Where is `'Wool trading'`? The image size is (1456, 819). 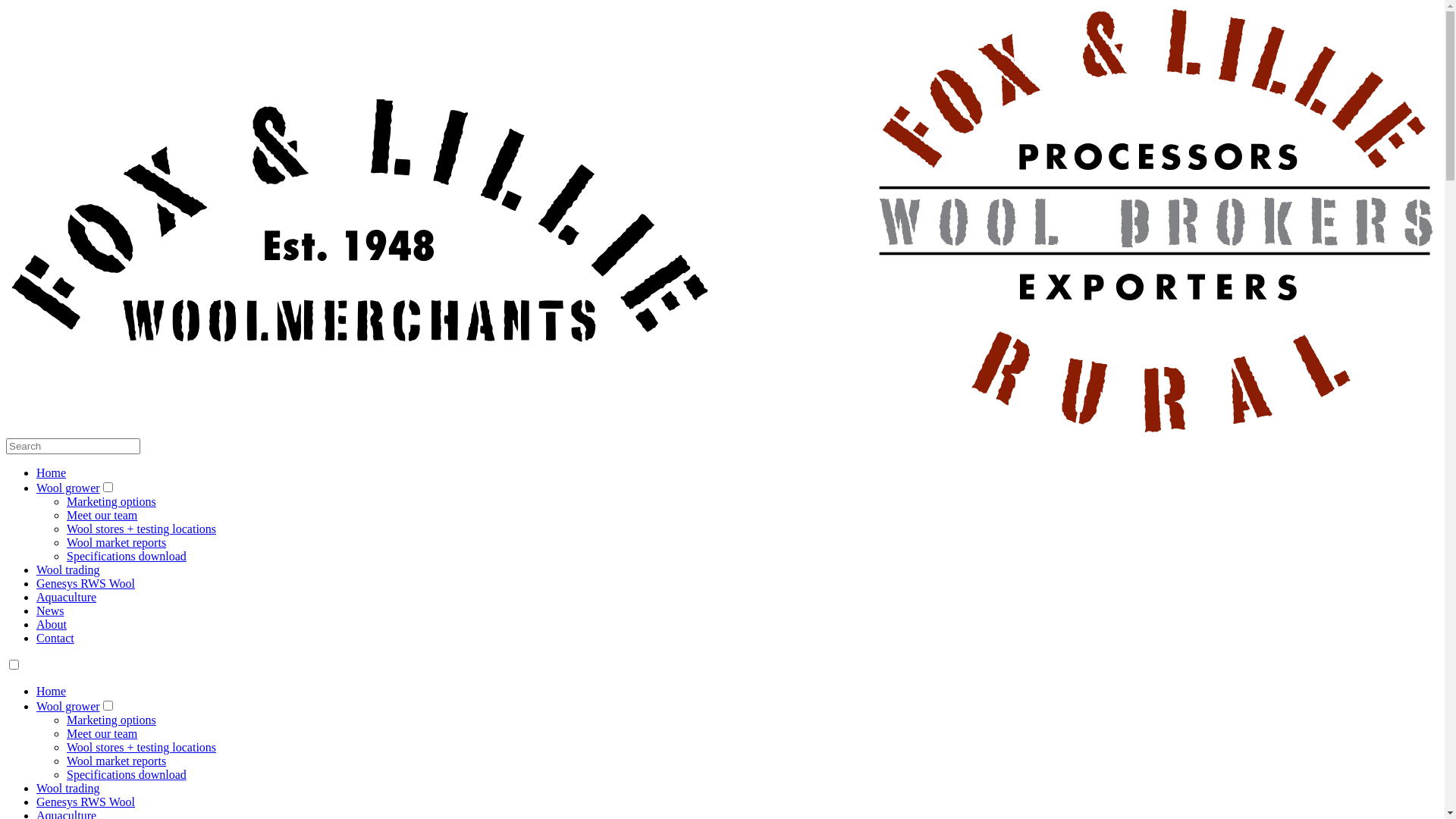 'Wool trading' is located at coordinates (36, 570).